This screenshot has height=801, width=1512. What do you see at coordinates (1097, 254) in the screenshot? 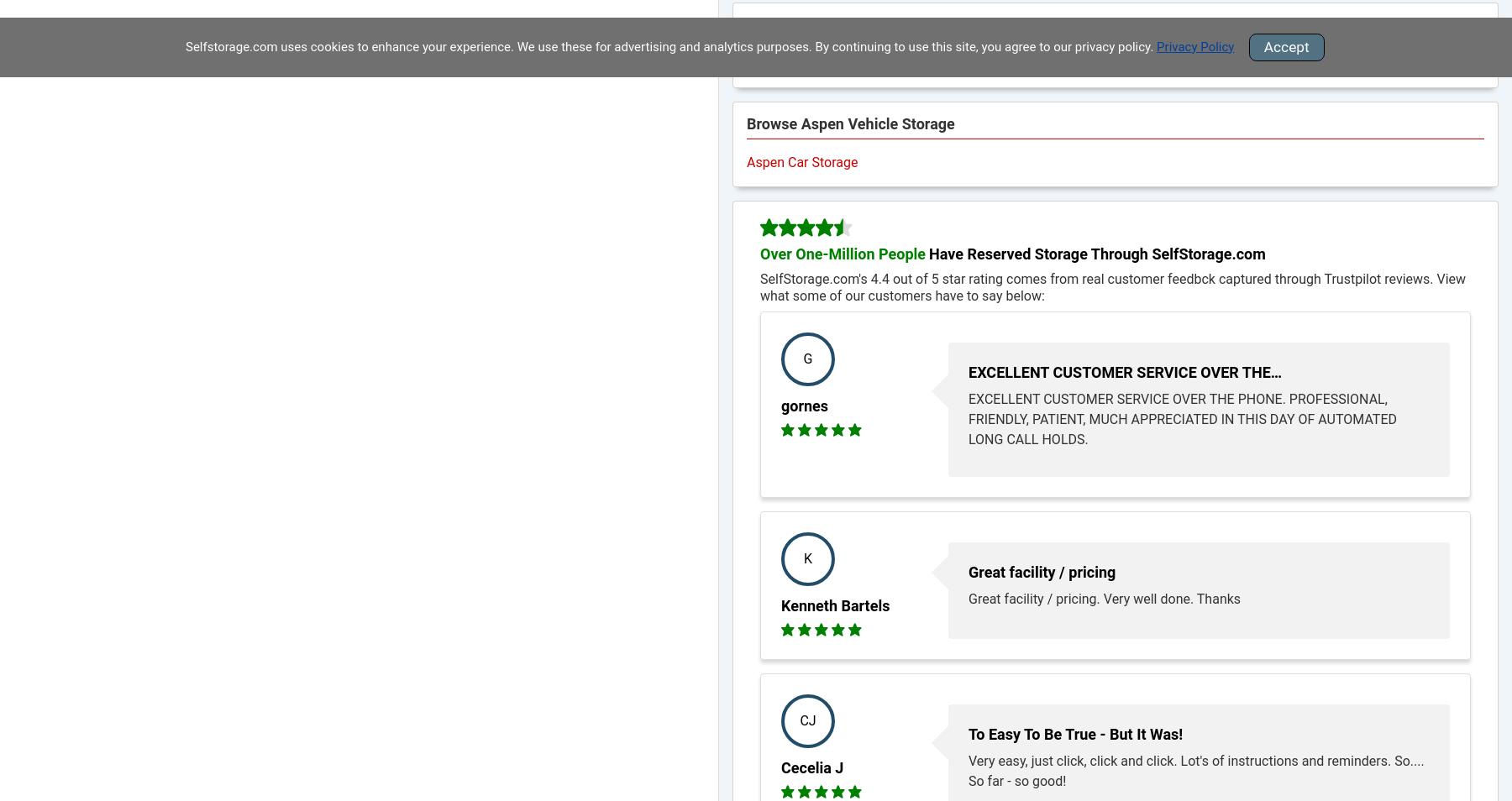
I see `'Have Reserved Storage Through SelfStorage.com'` at bounding box center [1097, 254].